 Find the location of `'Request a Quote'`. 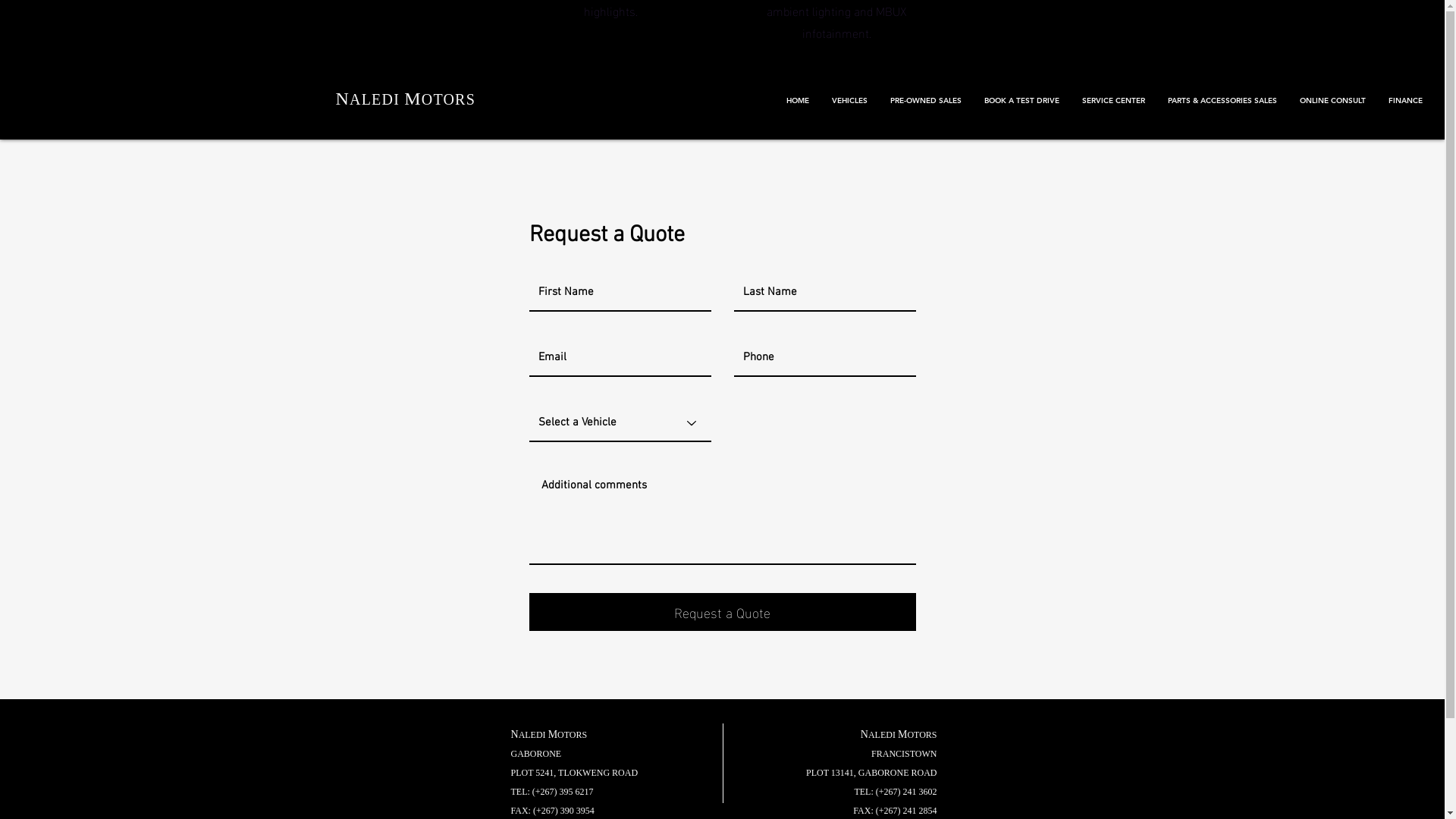

'Request a Quote' is located at coordinates (722, 610).